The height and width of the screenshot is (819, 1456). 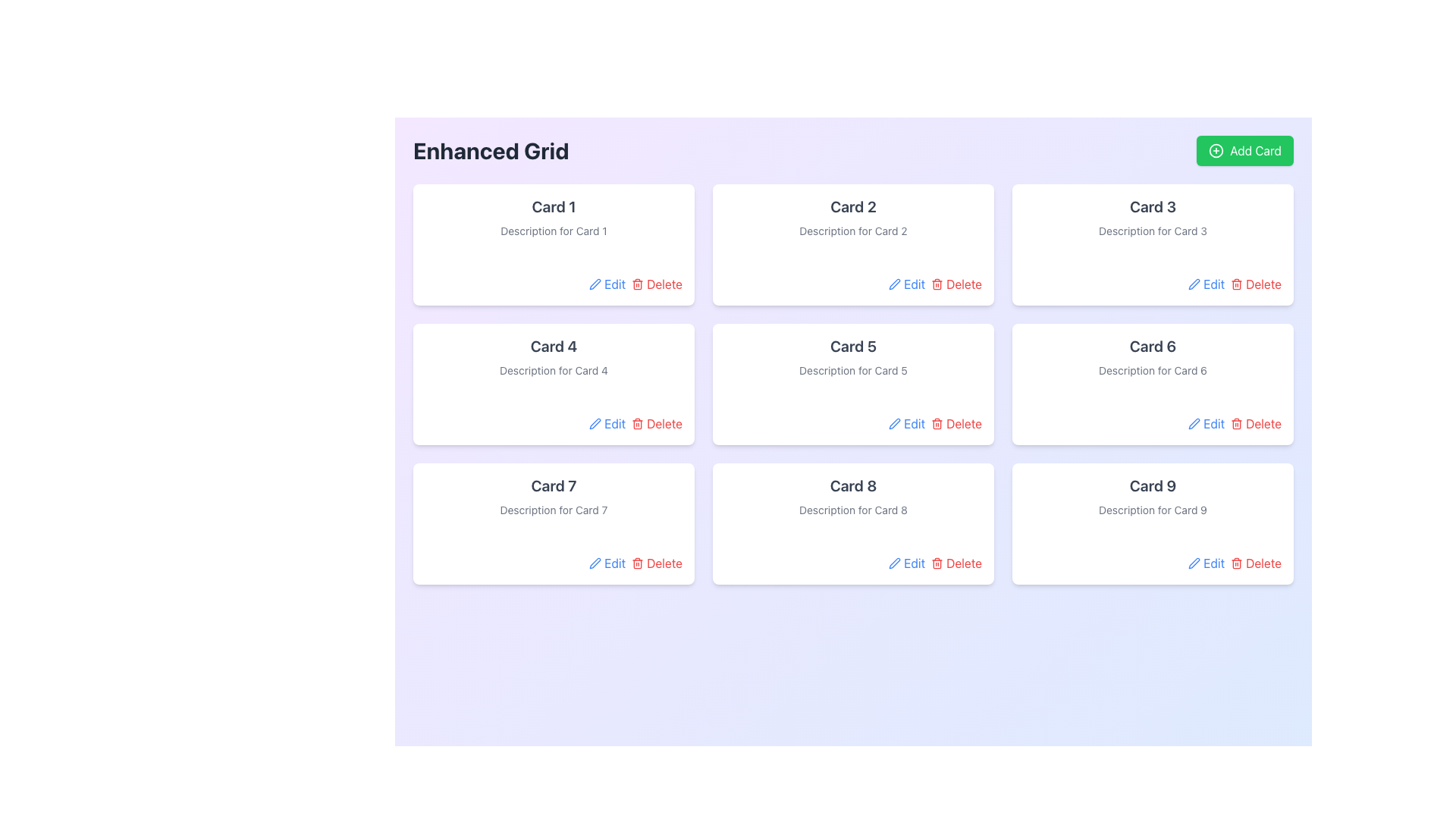 What do you see at coordinates (638, 424) in the screenshot?
I see `the red trash bin icon associated with the delete functionality located in the lower-right corner of 'Card 4'` at bounding box center [638, 424].